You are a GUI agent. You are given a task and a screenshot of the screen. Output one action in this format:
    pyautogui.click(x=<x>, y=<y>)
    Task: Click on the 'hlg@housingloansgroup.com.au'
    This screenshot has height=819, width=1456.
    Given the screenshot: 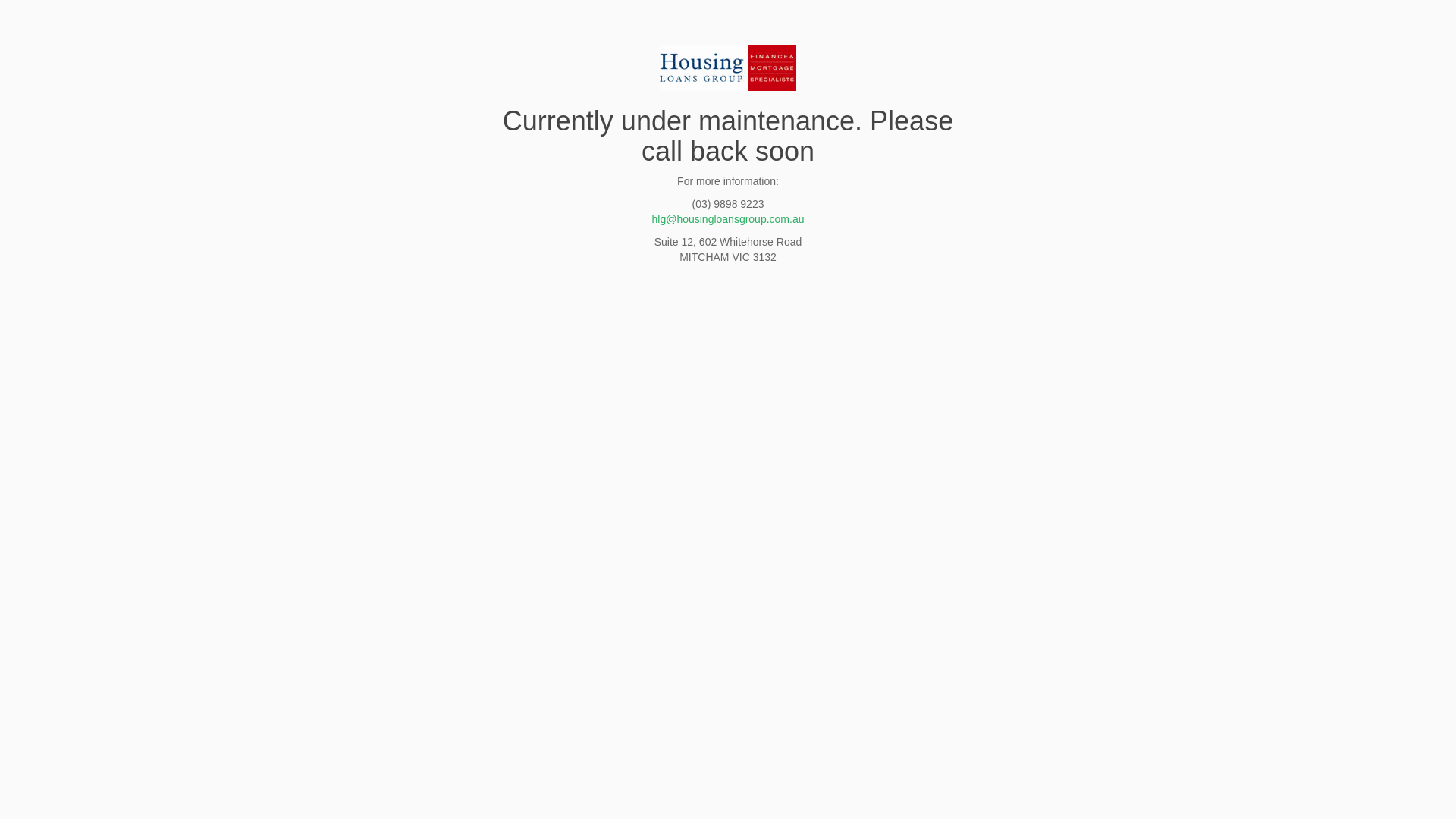 What is the action you would take?
    pyautogui.click(x=726, y=219)
    